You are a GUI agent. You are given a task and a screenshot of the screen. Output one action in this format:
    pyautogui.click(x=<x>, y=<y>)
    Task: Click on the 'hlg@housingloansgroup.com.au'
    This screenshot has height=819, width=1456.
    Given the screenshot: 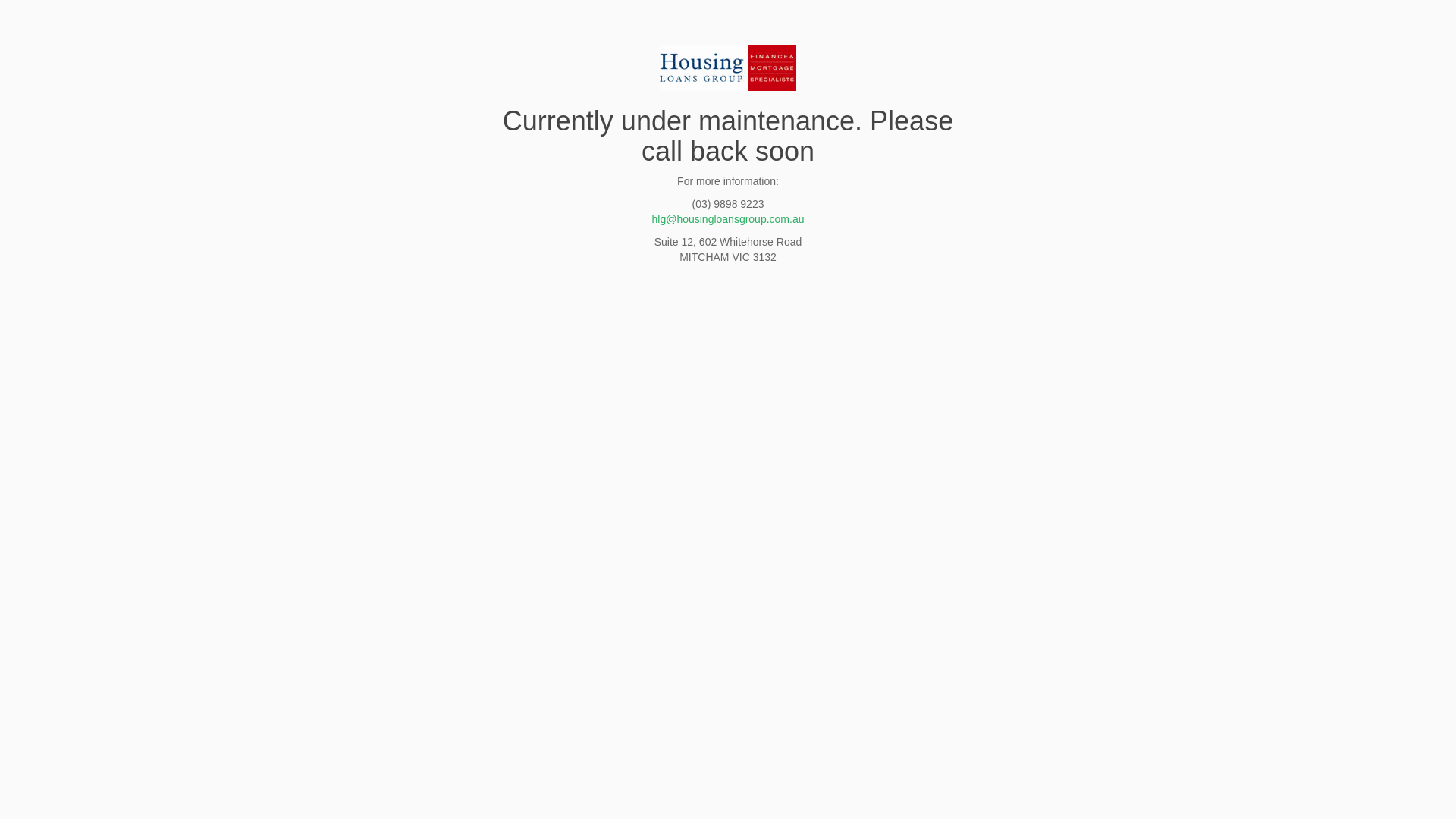 What is the action you would take?
    pyautogui.click(x=726, y=219)
    